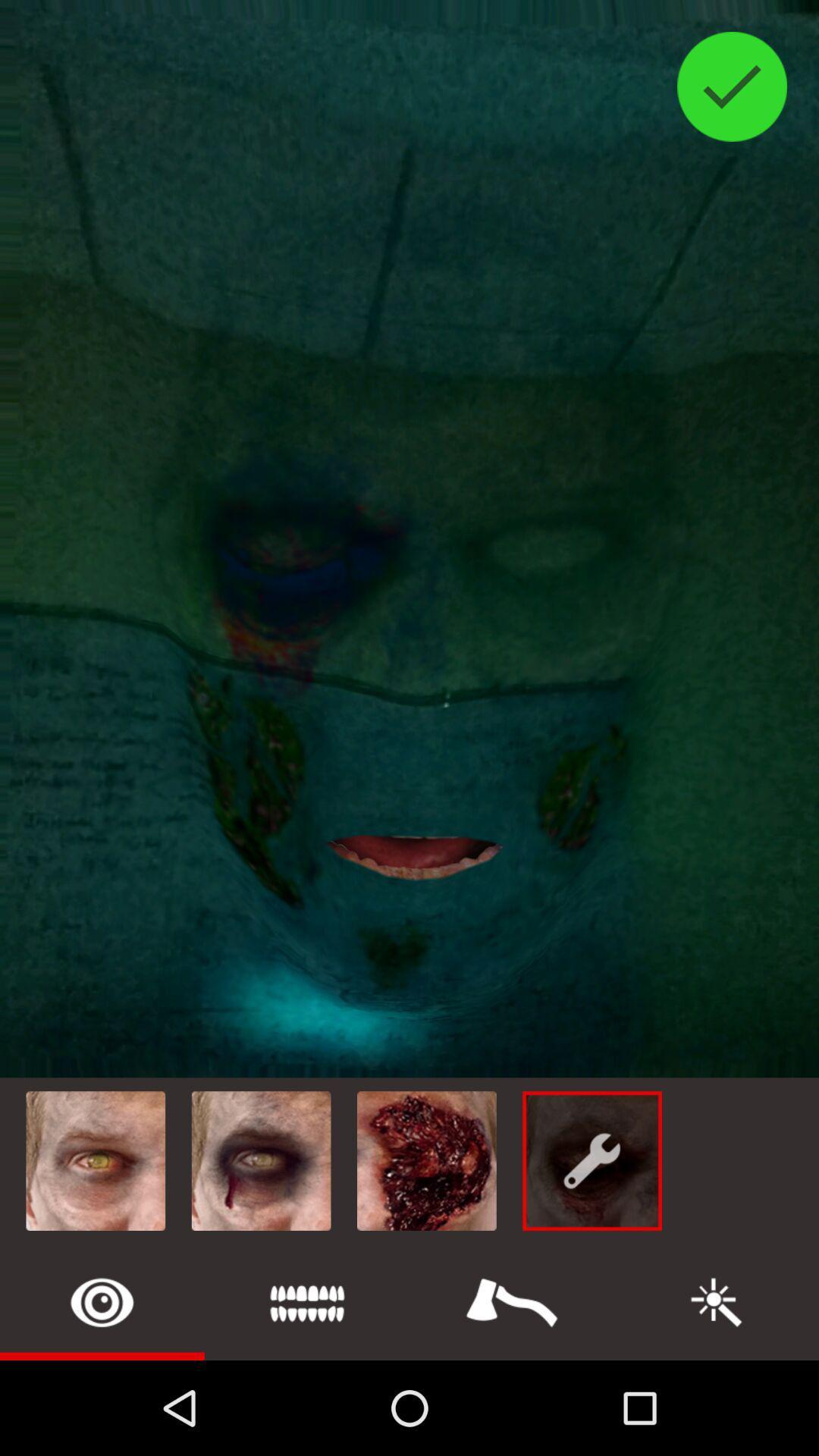 Image resolution: width=819 pixels, height=1456 pixels. Describe the element at coordinates (307, 1301) in the screenshot. I see `the list icon` at that location.